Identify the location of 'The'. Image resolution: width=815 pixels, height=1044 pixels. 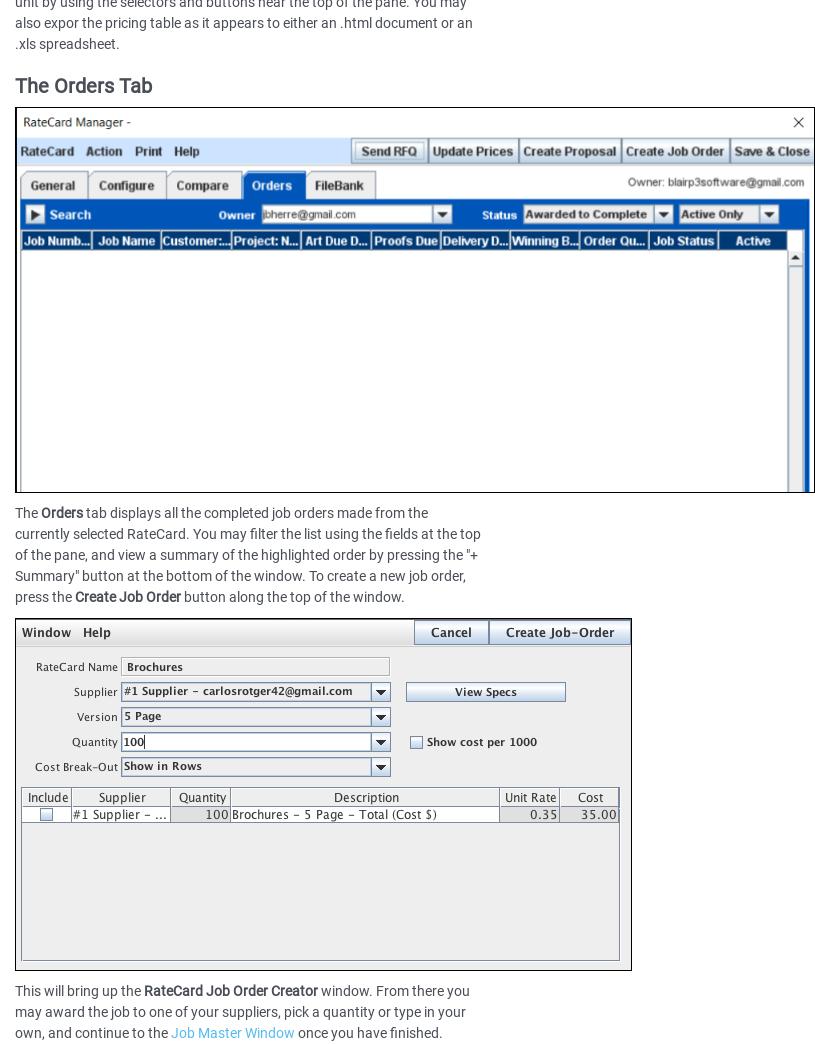
(13, 513).